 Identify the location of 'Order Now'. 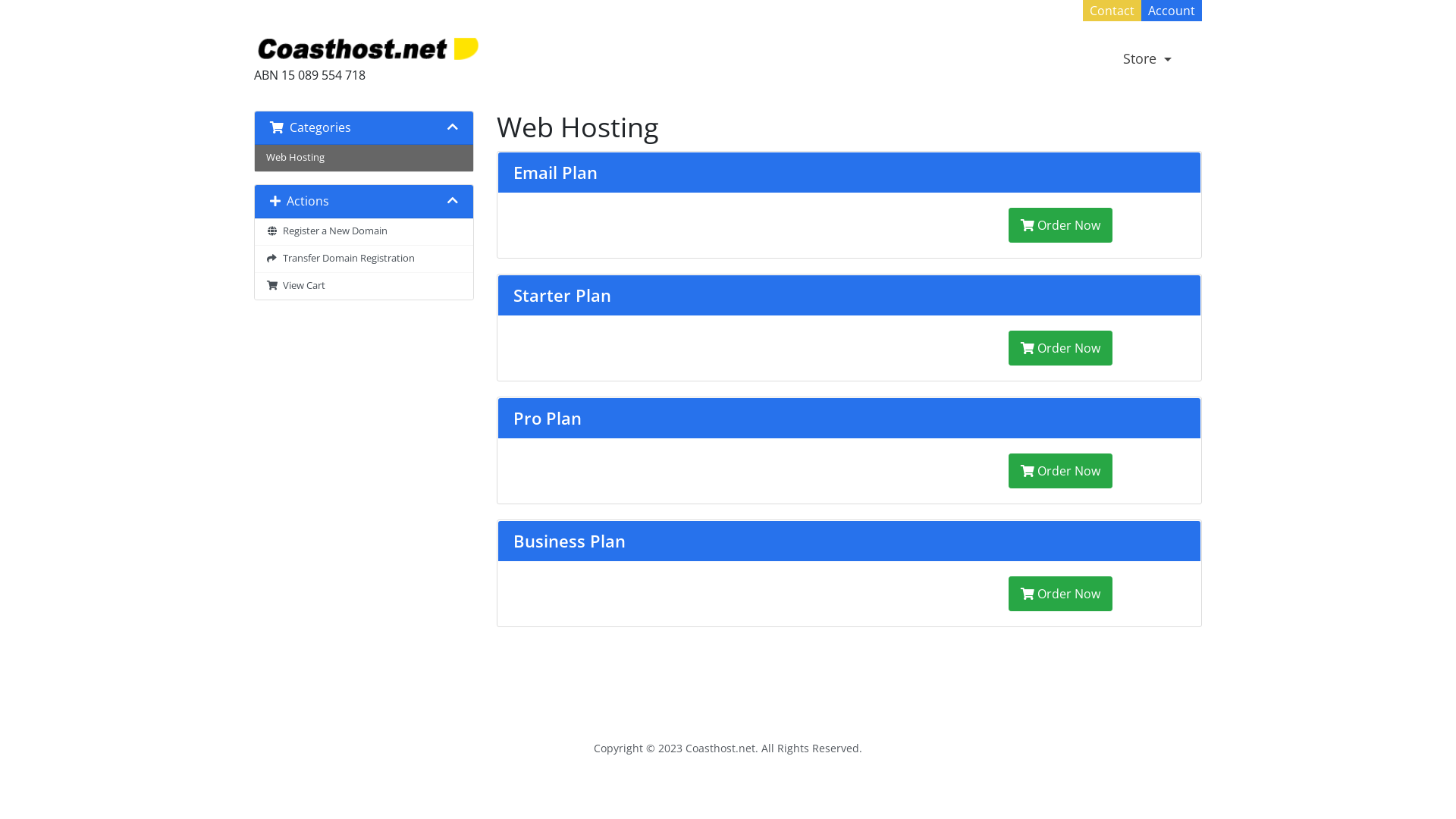
(1059, 348).